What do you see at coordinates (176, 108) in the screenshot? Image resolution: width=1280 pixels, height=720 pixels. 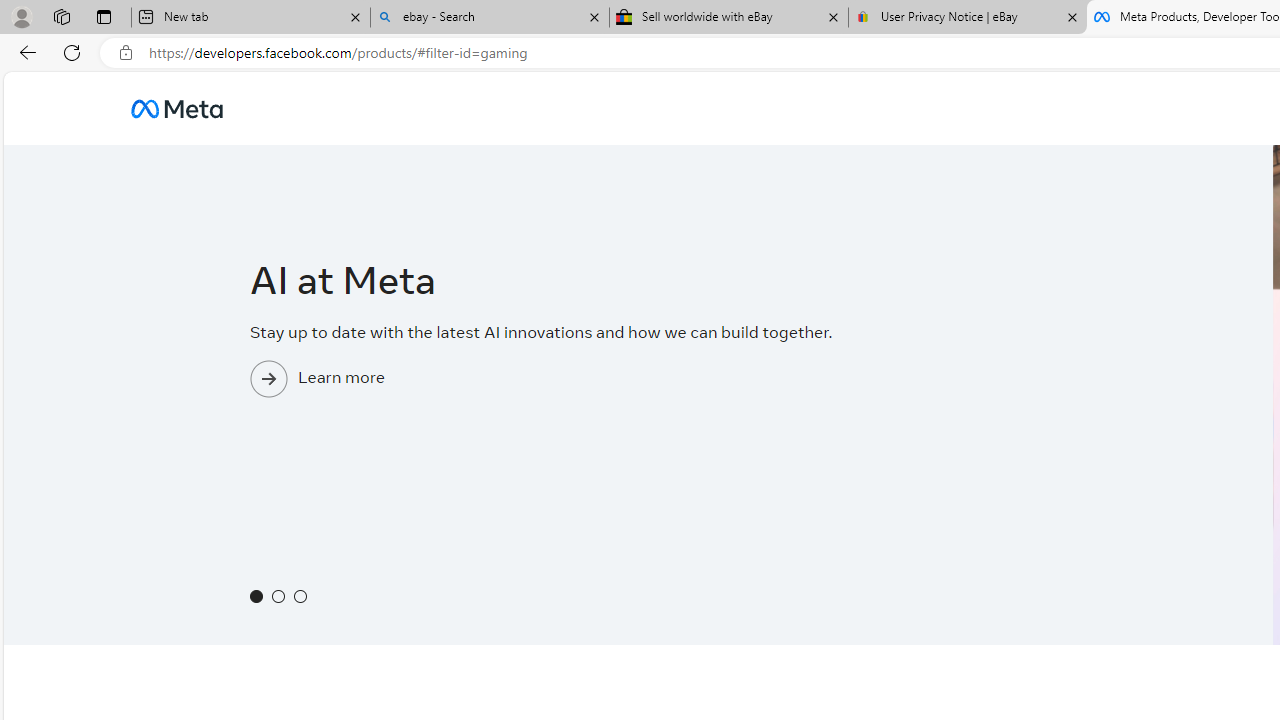 I see `'AutomationID: u_0_3h_wf'` at bounding box center [176, 108].